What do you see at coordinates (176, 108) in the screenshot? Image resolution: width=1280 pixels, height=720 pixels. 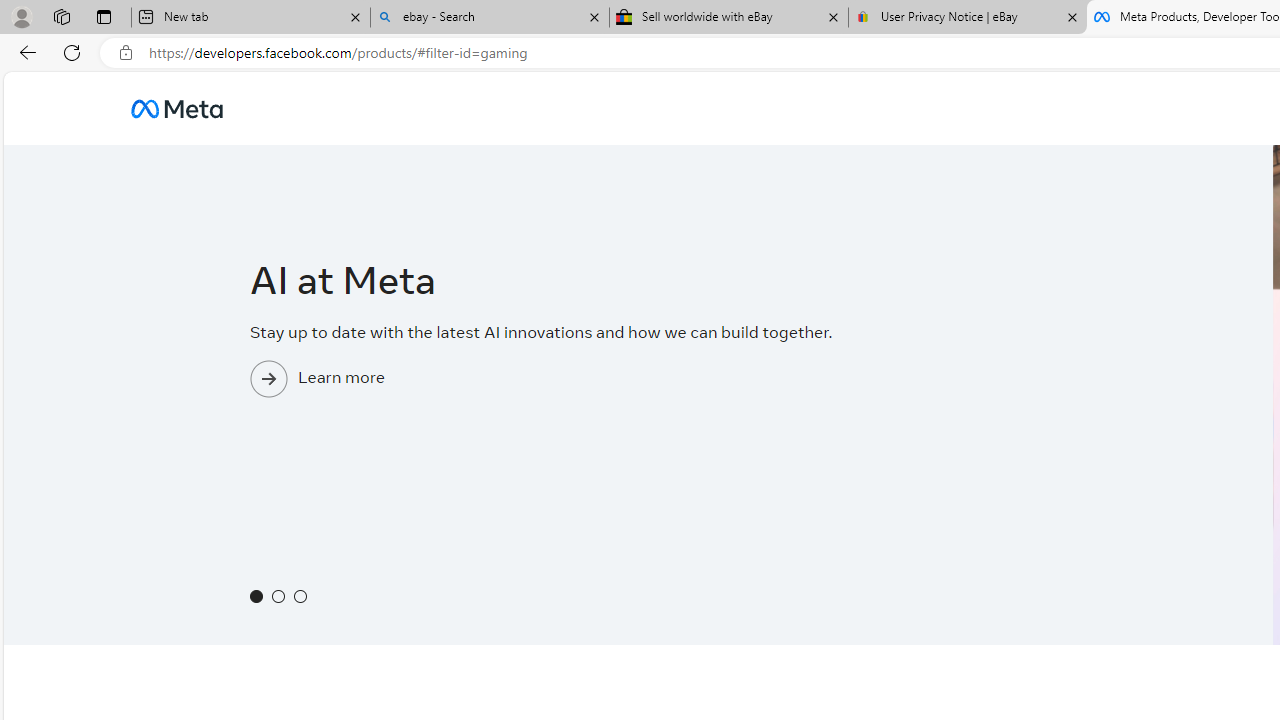 I see `'AutomationID: u_0_3h_wf'` at bounding box center [176, 108].